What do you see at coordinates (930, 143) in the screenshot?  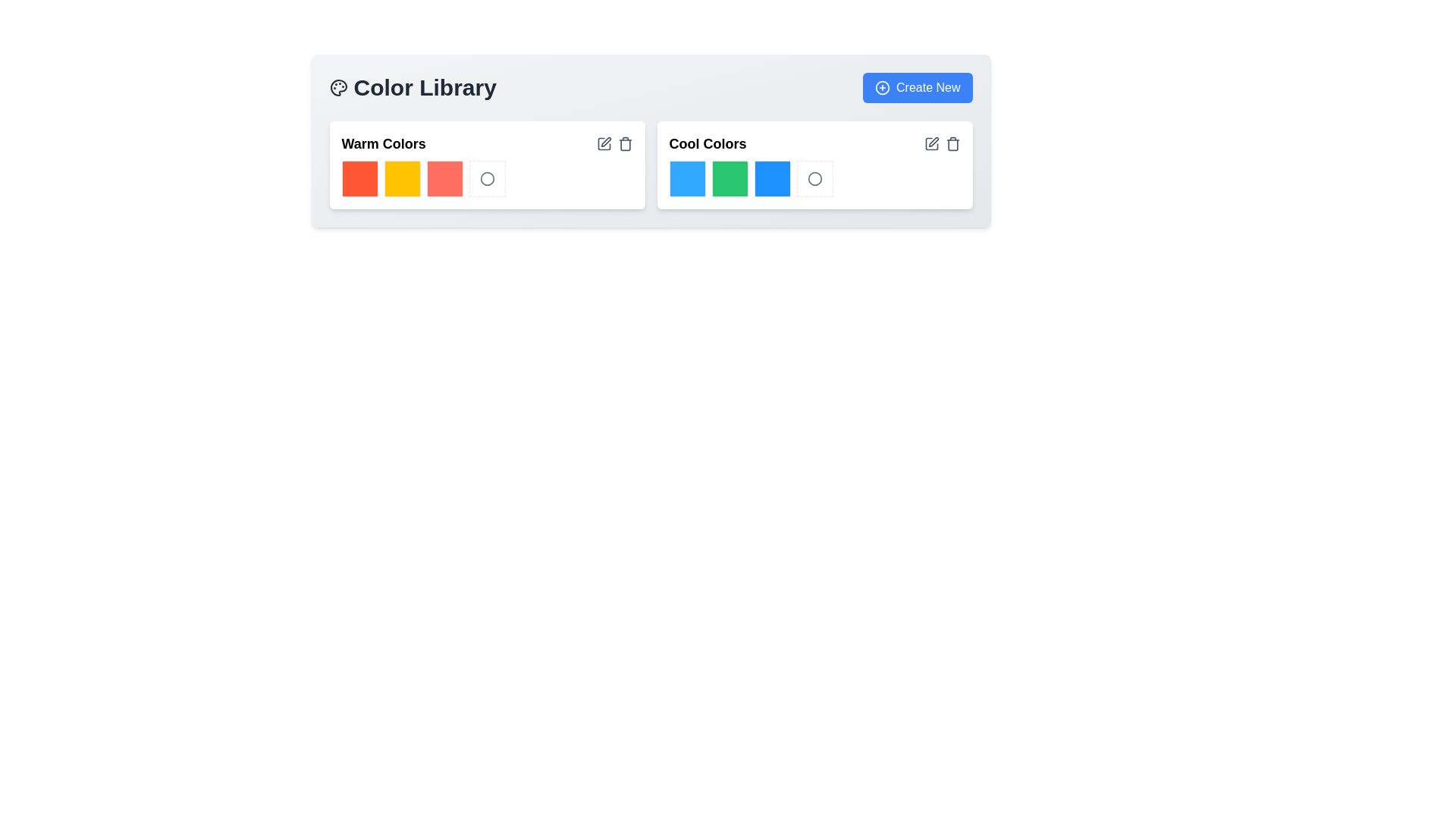 I see `the square pen-shaped icon located in the 'Cool Colors' section` at bounding box center [930, 143].